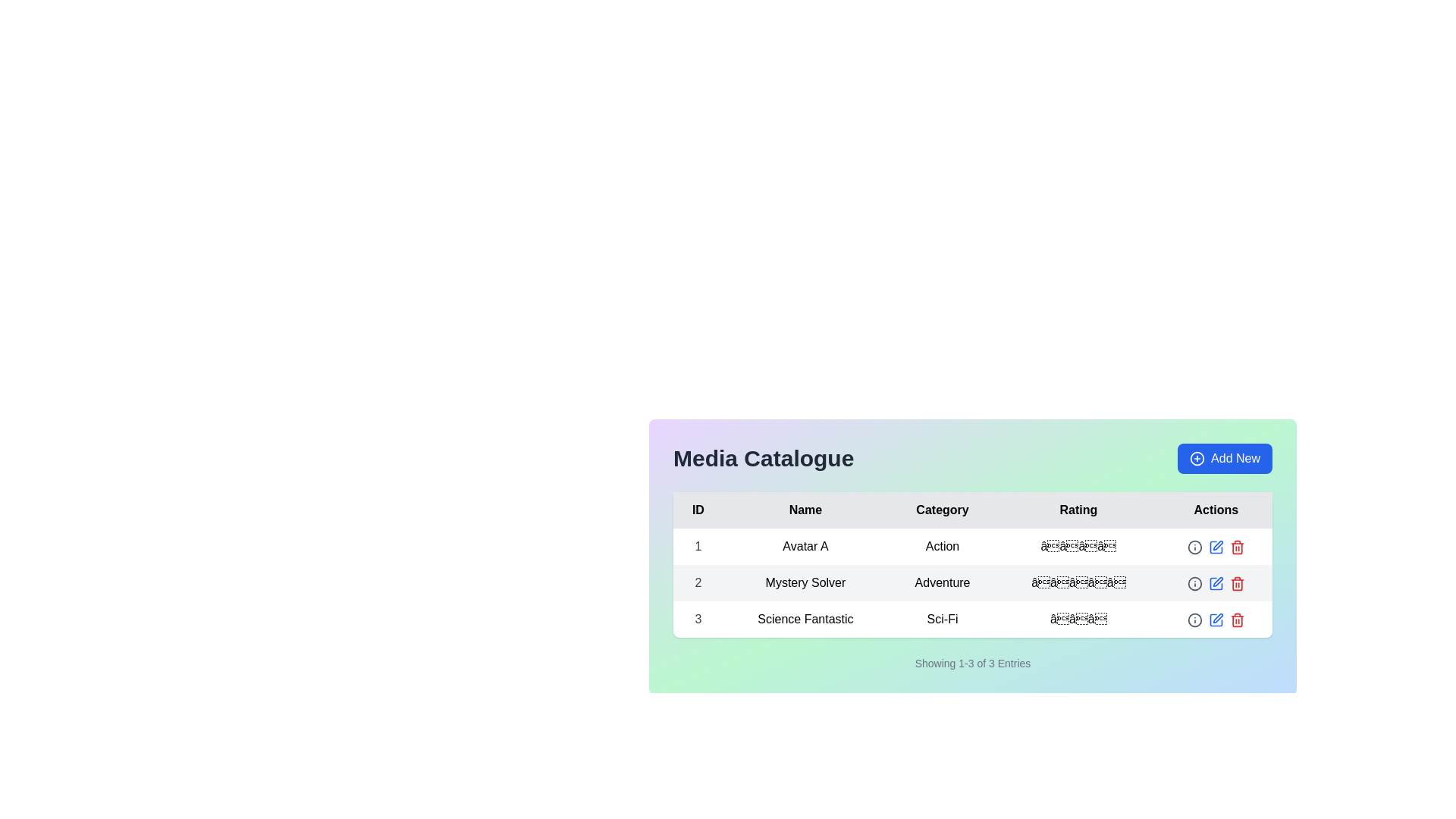  I want to click on the red trash bin icon in the 'Actions' column of the third row, so click(1237, 620).